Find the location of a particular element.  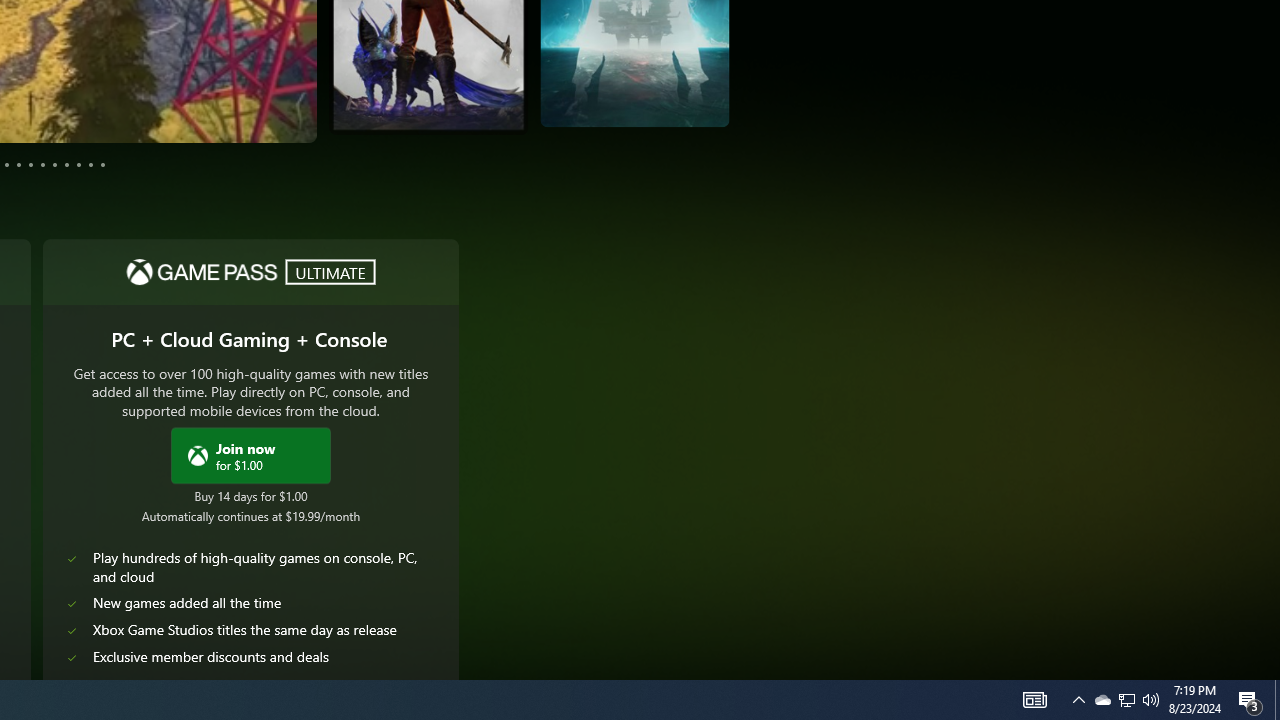

'Page 6' is located at coordinates (31, 163).